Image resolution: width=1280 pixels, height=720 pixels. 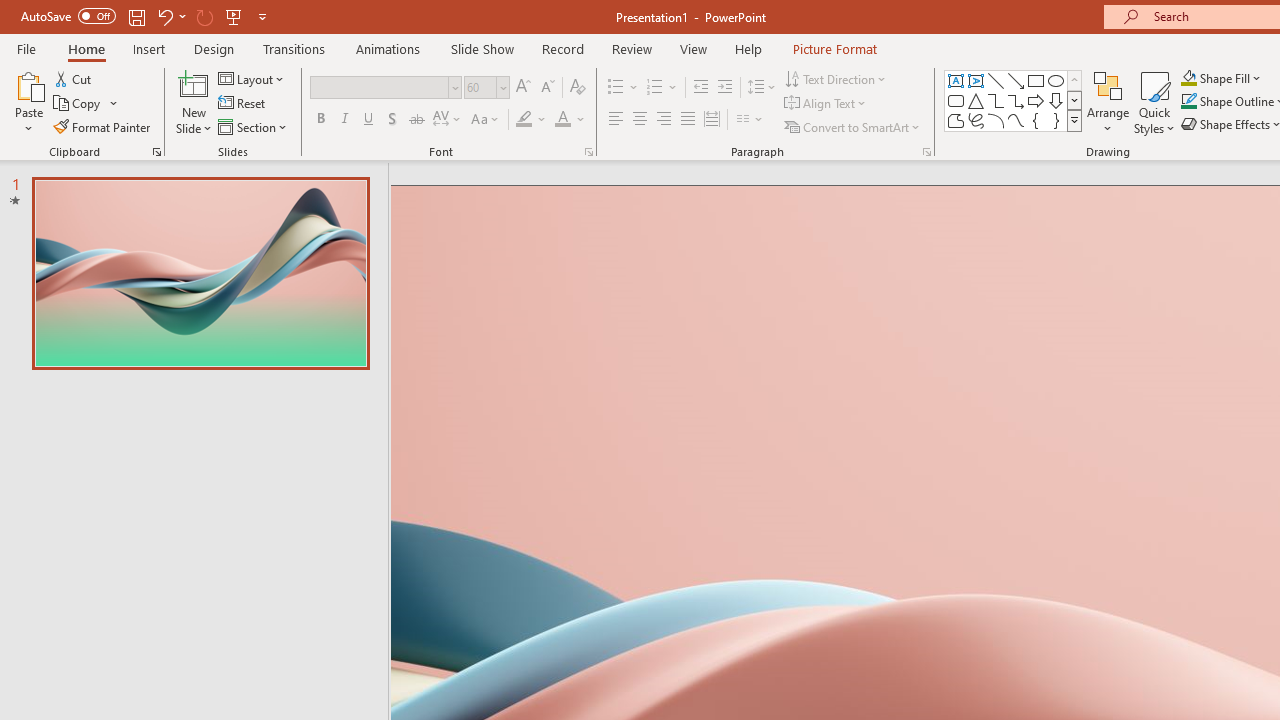 I want to click on 'Picture Format', so click(x=835, y=48).